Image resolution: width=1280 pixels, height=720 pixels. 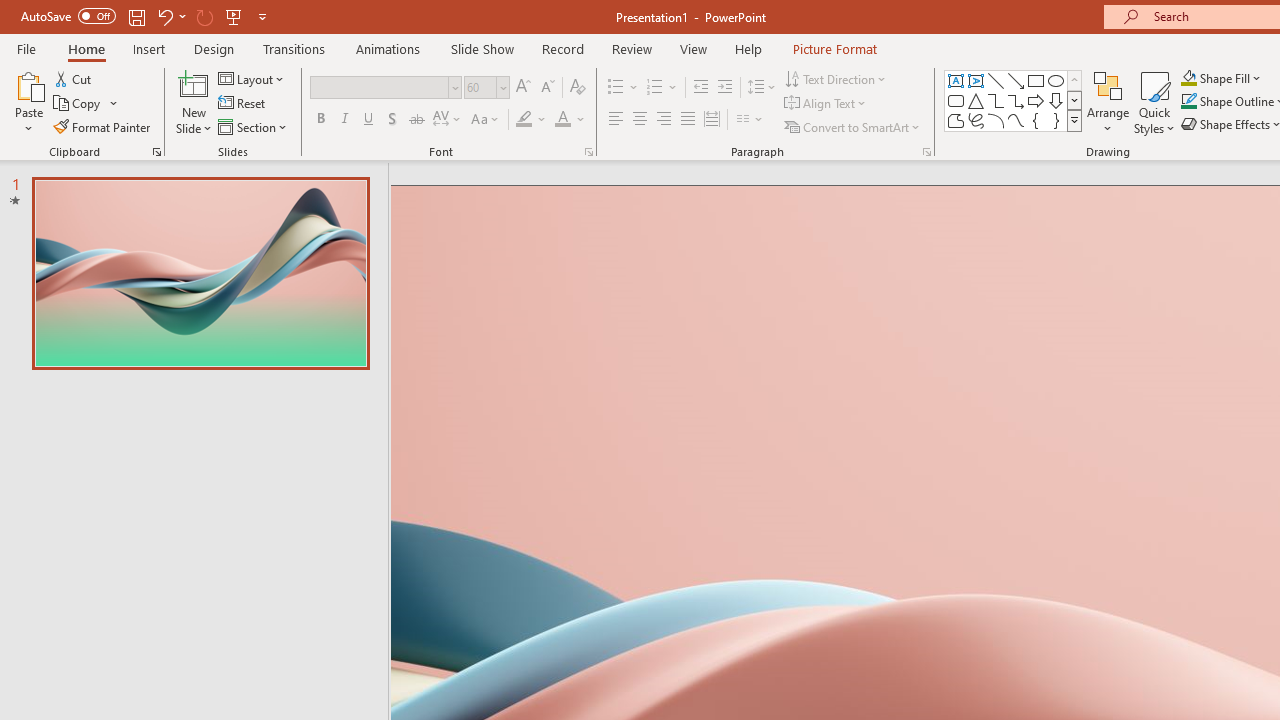 I want to click on 'Picture Format', so click(x=835, y=48).